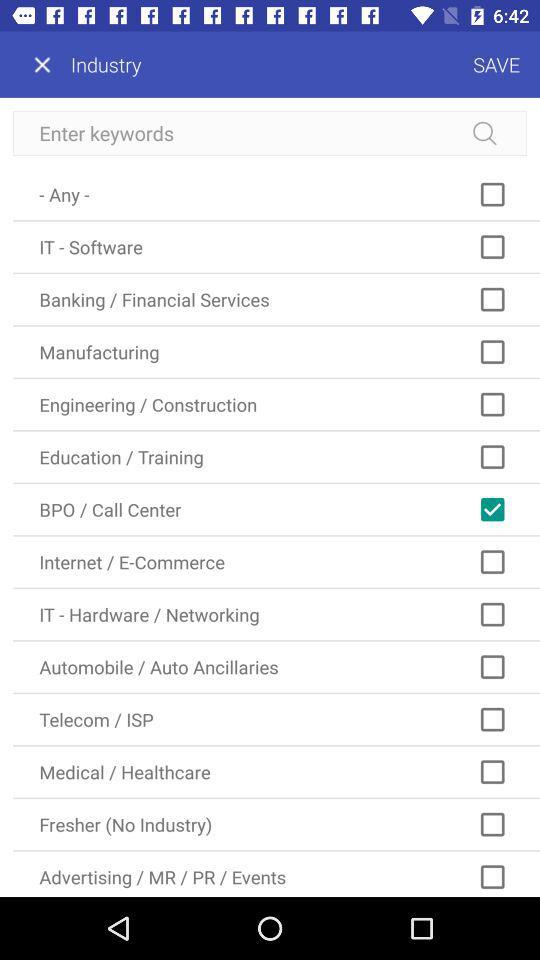 The width and height of the screenshot is (540, 960). What do you see at coordinates (270, 132) in the screenshot?
I see `search keyword` at bounding box center [270, 132].